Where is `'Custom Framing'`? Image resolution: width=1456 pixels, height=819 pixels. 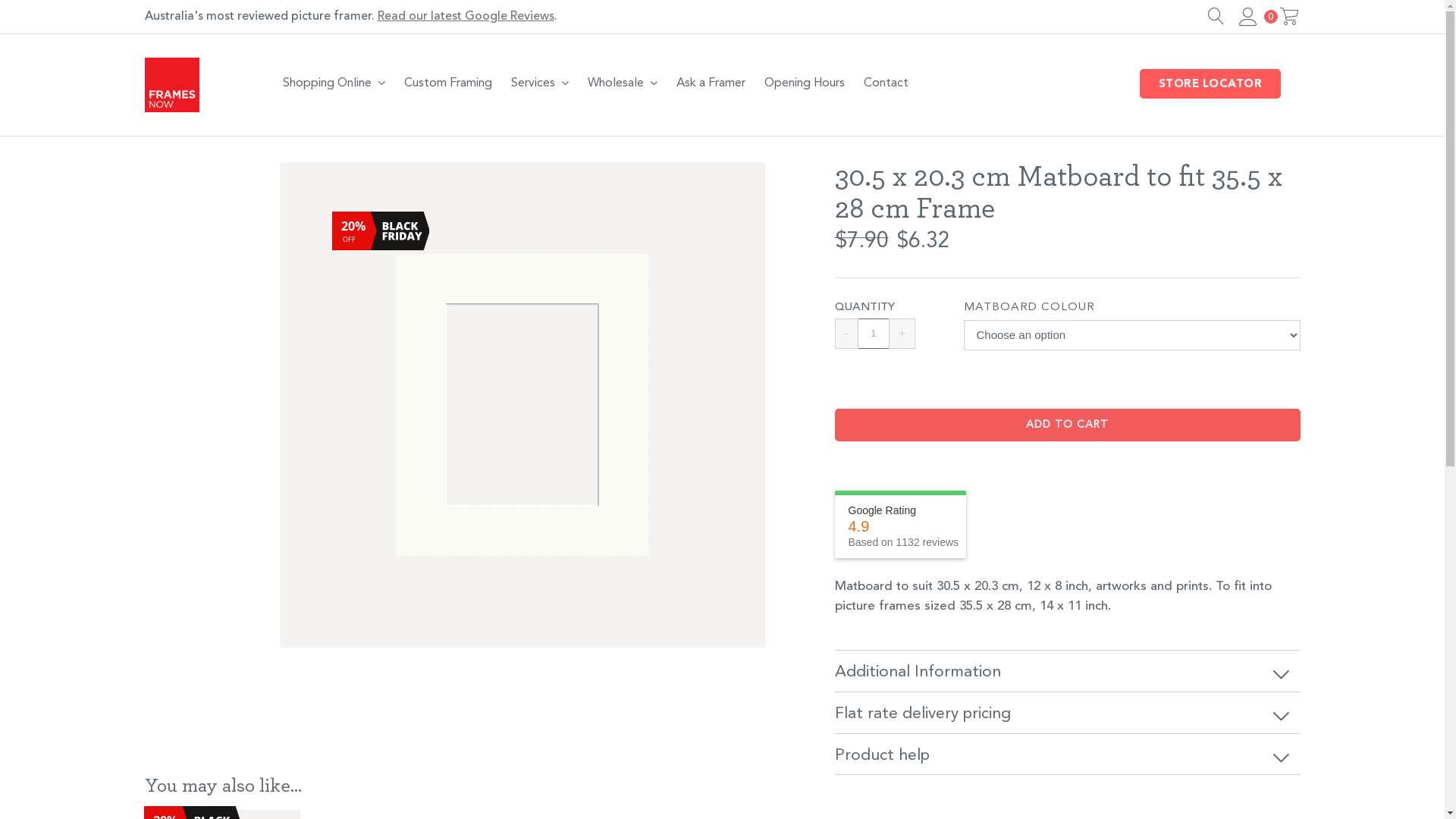
'Custom Framing' is located at coordinates (447, 83).